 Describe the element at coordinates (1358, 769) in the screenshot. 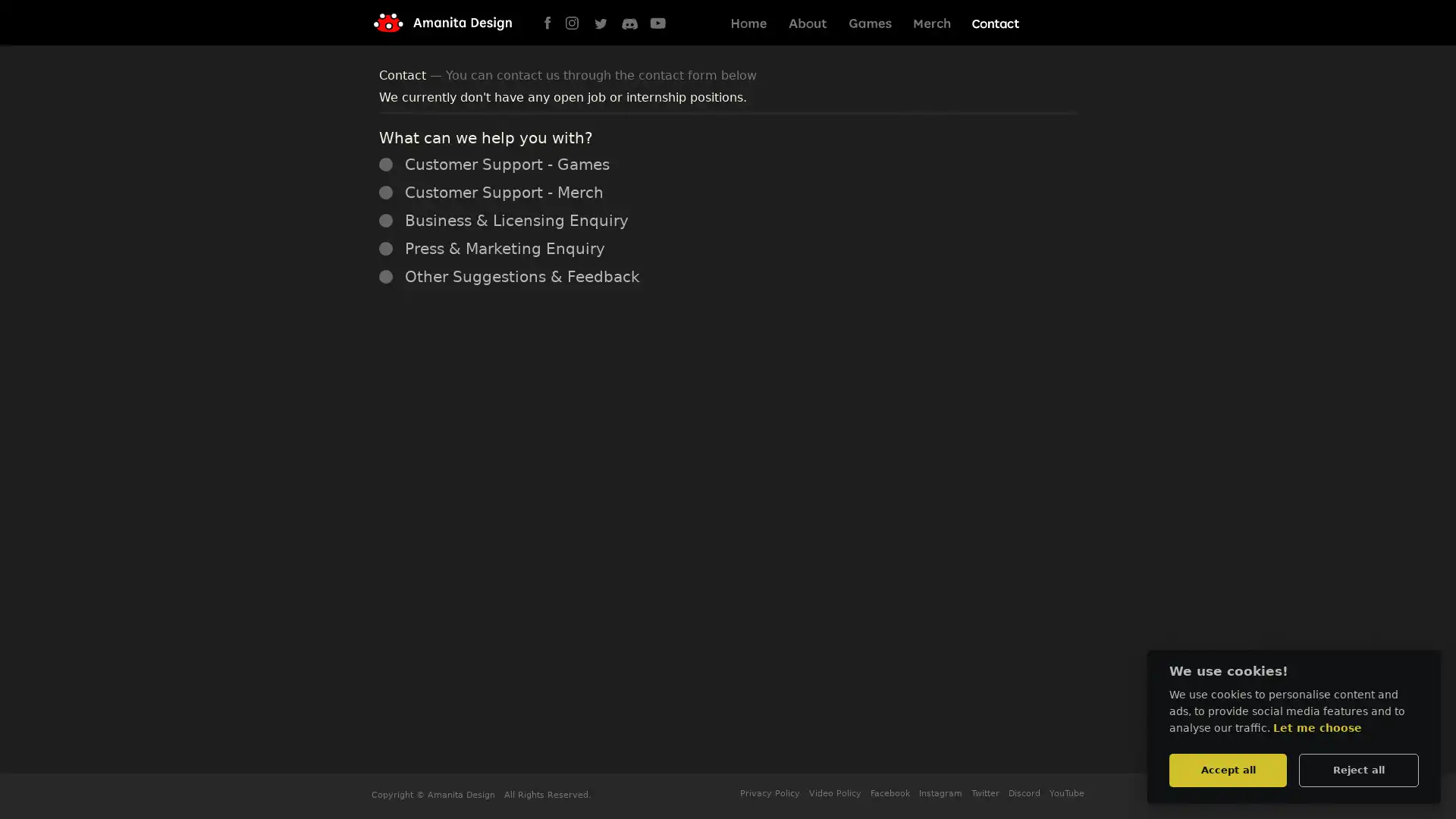

I see `Reject all` at that location.